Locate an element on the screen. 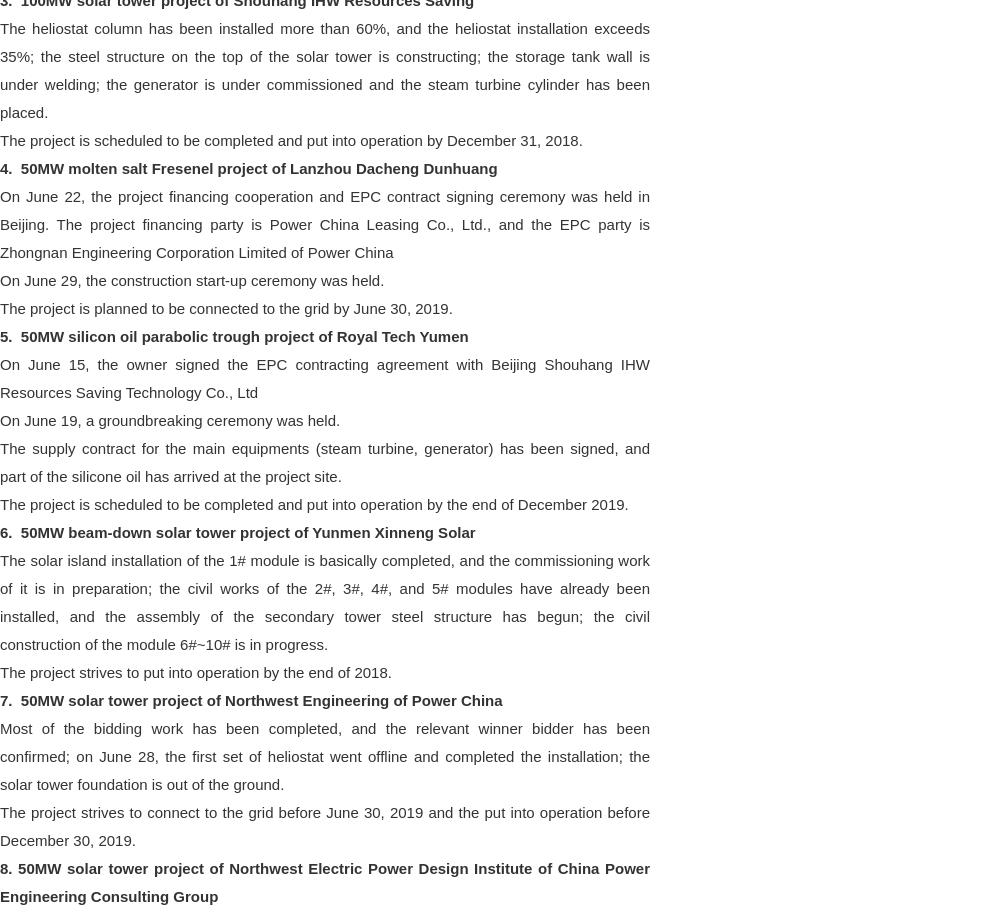  'The project is scheduled to be completed and put into operation by the end of December 2019.' is located at coordinates (313, 502).